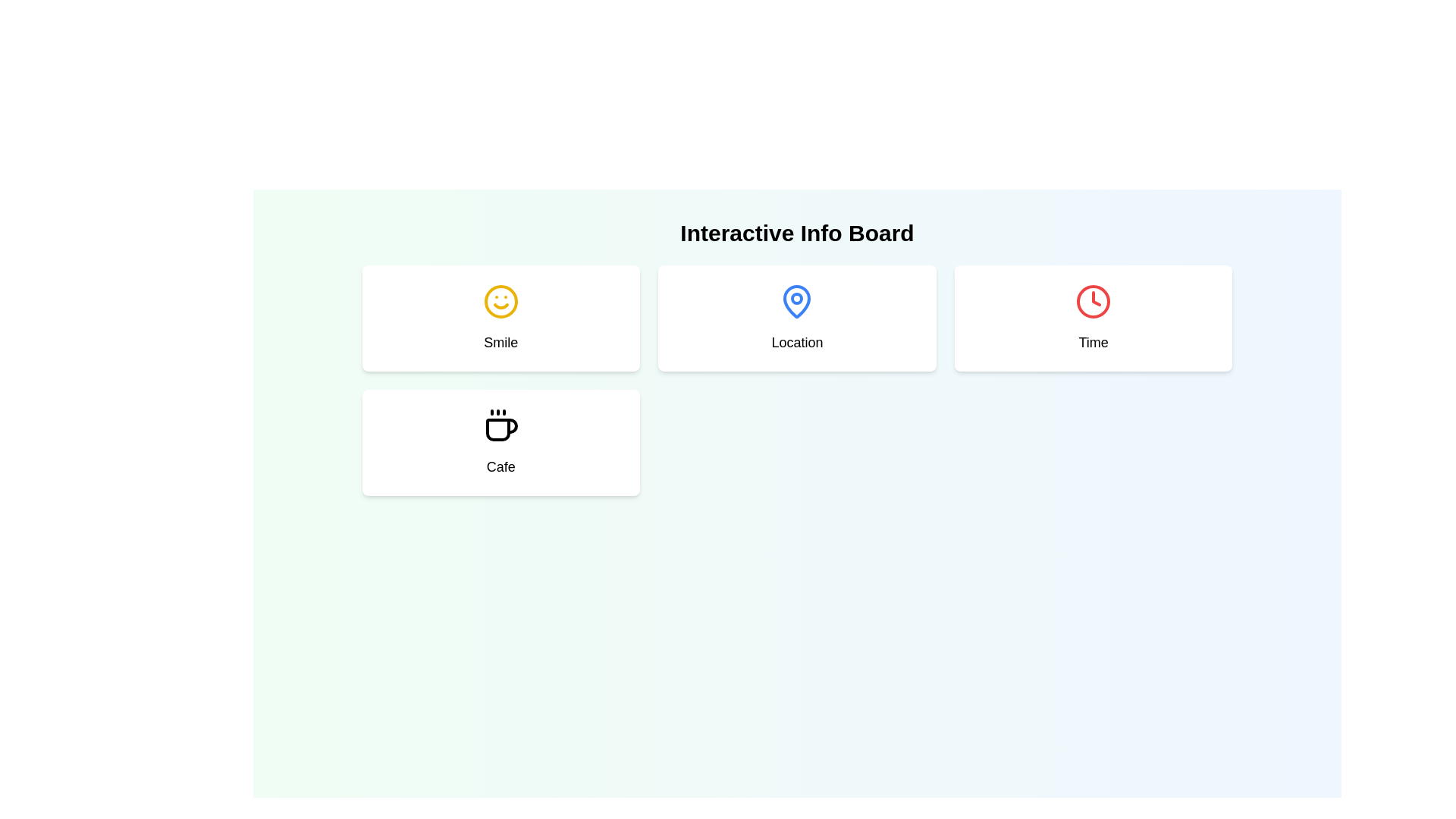 This screenshot has height=819, width=1456. Describe the element at coordinates (500, 342) in the screenshot. I see `the static text label indicating the 'Smile' theme, which is positioned beneath a yellow smiley face icon in the top-left portion of the interface` at that location.